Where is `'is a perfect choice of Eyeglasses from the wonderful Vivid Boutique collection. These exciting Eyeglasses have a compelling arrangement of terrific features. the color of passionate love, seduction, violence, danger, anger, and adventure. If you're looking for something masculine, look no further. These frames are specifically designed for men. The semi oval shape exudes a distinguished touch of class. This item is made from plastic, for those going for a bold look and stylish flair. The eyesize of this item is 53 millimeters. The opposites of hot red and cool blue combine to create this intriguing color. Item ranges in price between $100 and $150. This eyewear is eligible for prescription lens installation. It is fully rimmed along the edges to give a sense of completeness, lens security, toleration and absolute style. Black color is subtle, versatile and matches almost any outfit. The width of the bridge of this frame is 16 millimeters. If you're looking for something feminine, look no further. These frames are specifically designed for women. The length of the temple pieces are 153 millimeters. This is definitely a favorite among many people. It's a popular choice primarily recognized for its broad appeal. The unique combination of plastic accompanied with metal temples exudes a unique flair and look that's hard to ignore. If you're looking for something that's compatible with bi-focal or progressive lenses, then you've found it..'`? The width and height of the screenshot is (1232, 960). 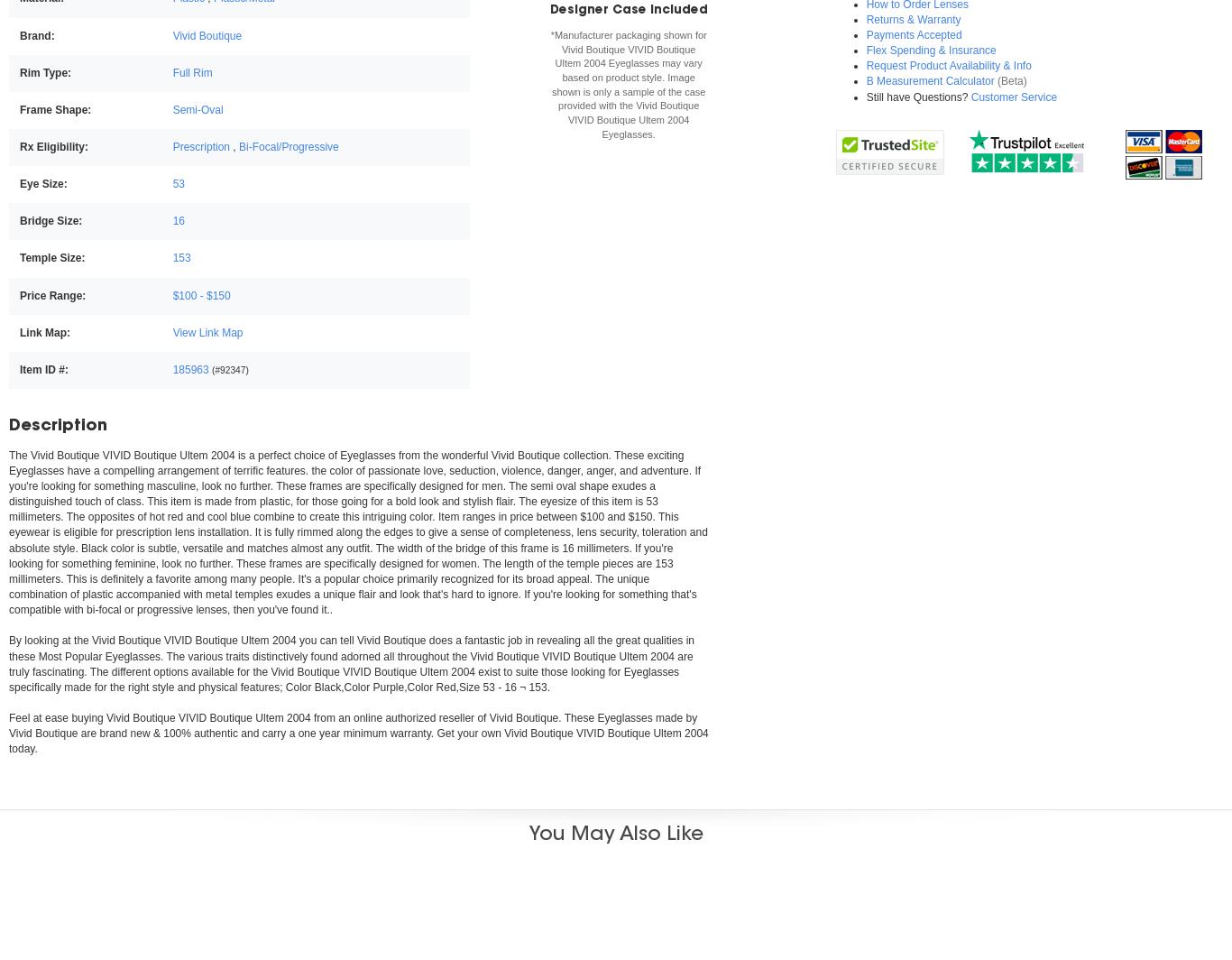 'is a perfect choice of Eyeglasses from the wonderful Vivid Boutique collection. These exciting Eyeglasses have a compelling arrangement of terrific features. the color of passionate love, seduction, violence, danger, anger, and adventure. If you're looking for something masculine, look no further. These frames are specifically designed for men. The semi oval shape exudes a distinguished touch of class. This item is made from plastic, for those going for a bold look and stylish flair. The eyesize of this item is 53 millimeters. The opposites of hot red and cool blue combine to create this intriguing color. Item ranges in price between $100 and $150. This eyewear is eligible for prescription lens installation. It is fully rimmed along the edges to give a sense of completeness, lens security, toleration and absolute style. Black color is subtle, versatile and matches almost any outfit. The width of the bridge of this frame is 16 millimeters. If you're looking for something feminine, look no further. These frames are specifically designed for women. The length of the temple pieces are 153 millimeters. This is definitely a favorite among many people. It's a popular choice primarily recognized for its broad appeal. The unique combination of plastic accompanied with metal temples exudes a unique flair and look that's hard to ignore. If you're looking for something that's compatible with bi-focal or progressive lenses, then you've found it..' is located at coordinates (356, 531).